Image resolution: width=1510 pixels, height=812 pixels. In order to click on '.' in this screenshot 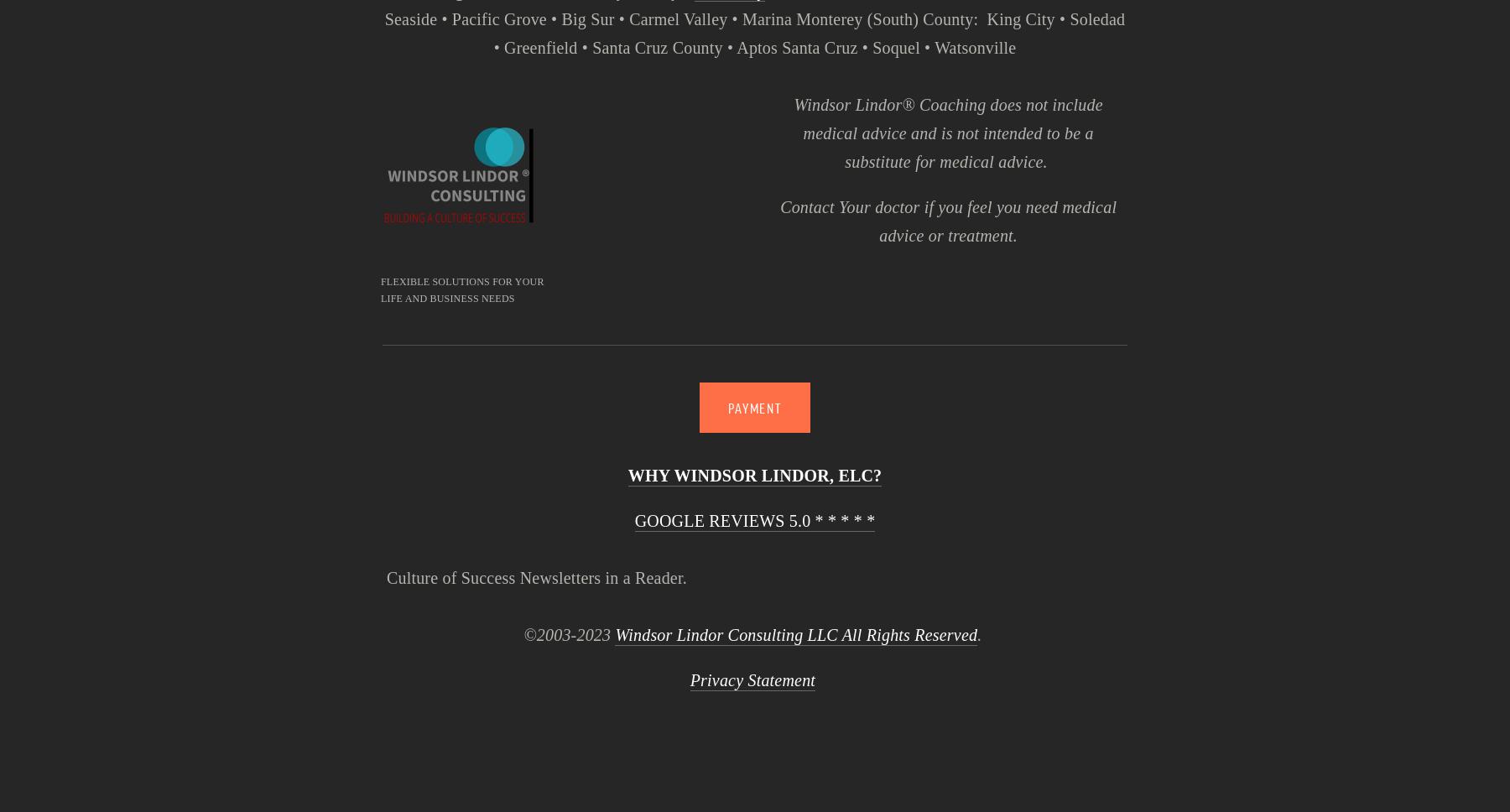, I will do `click(981, 634)`.